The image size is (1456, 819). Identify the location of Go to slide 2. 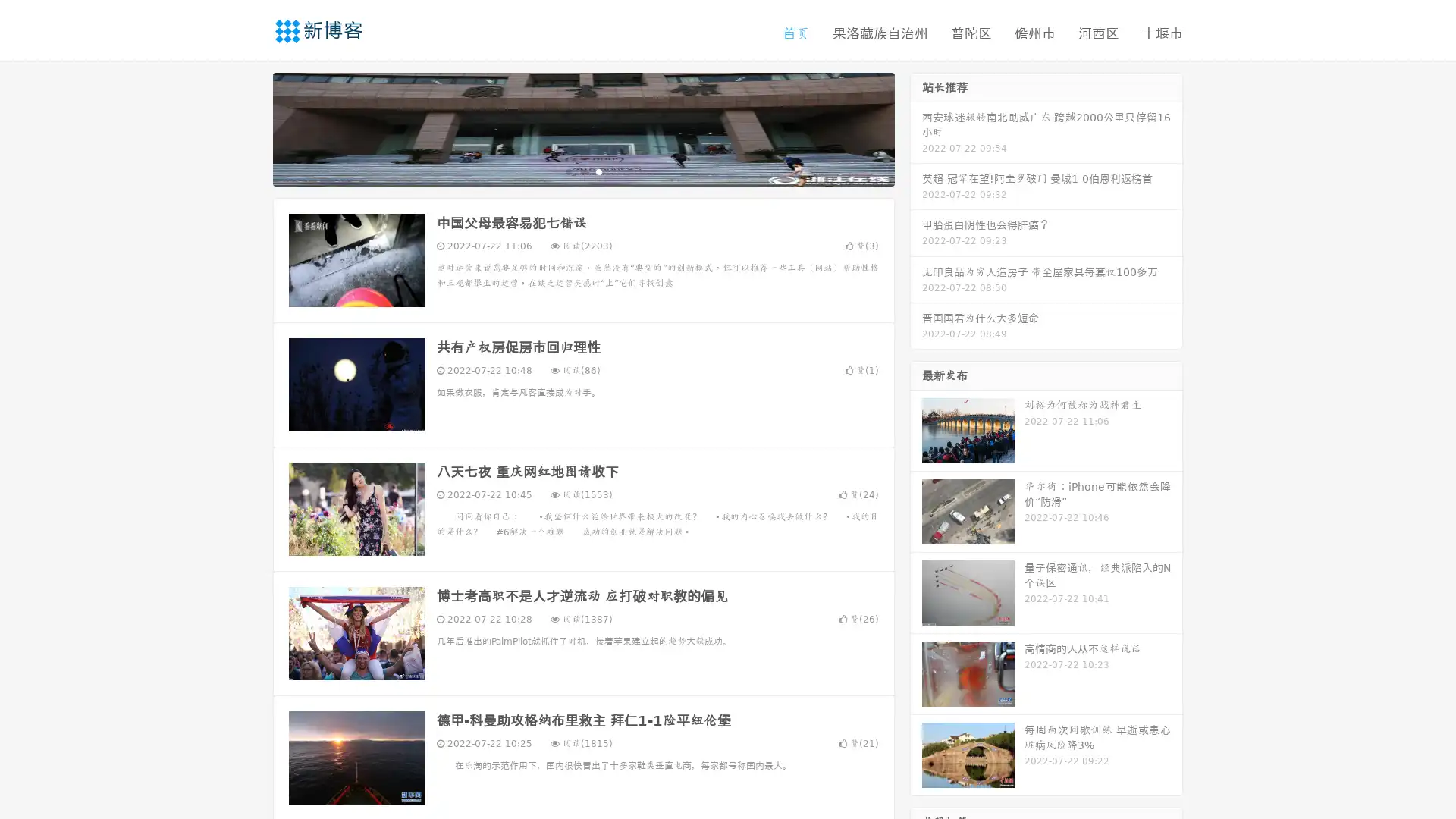
(582, 171).